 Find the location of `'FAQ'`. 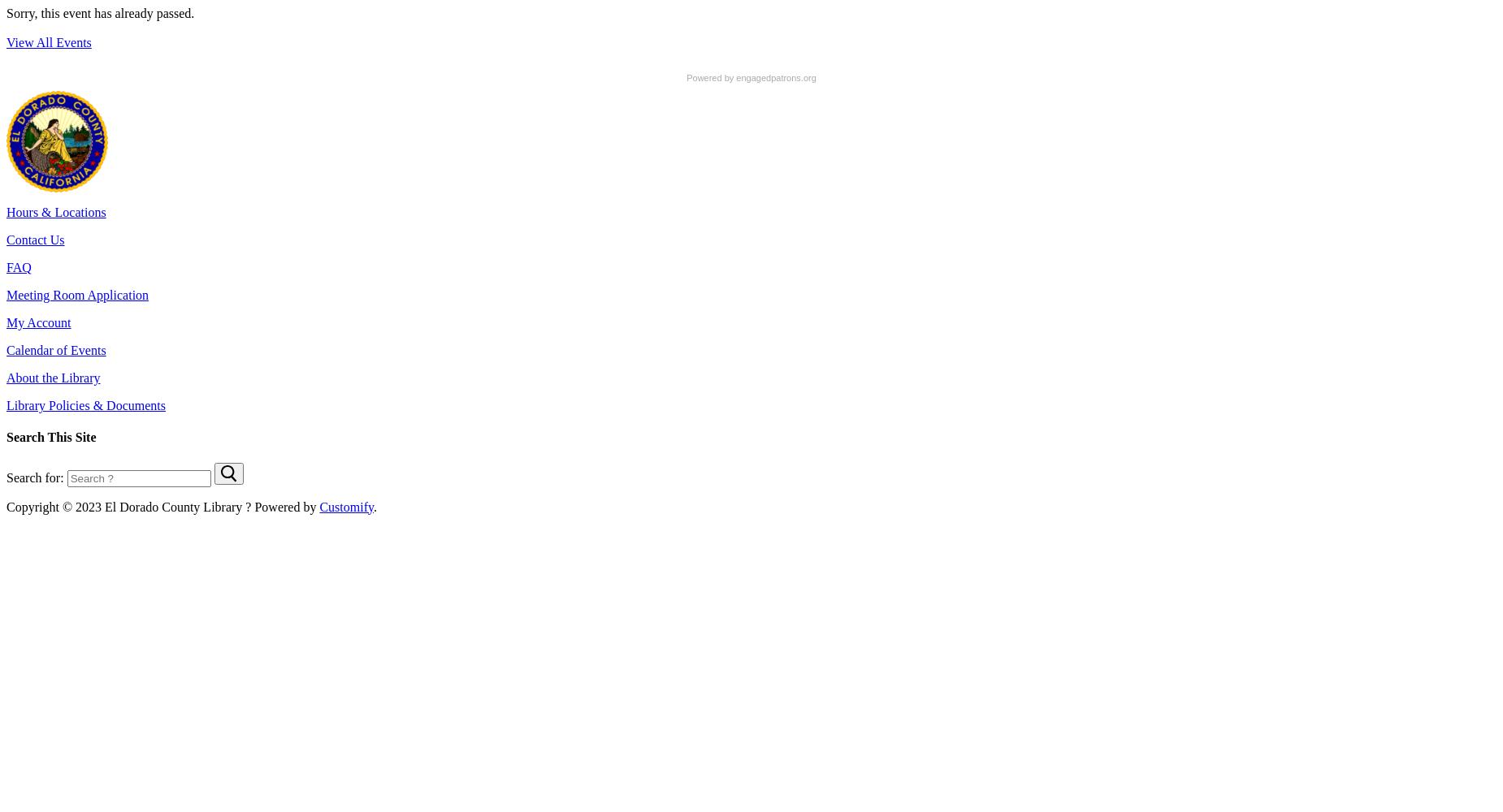

'FAQ' is located at coordinates (17, 266).